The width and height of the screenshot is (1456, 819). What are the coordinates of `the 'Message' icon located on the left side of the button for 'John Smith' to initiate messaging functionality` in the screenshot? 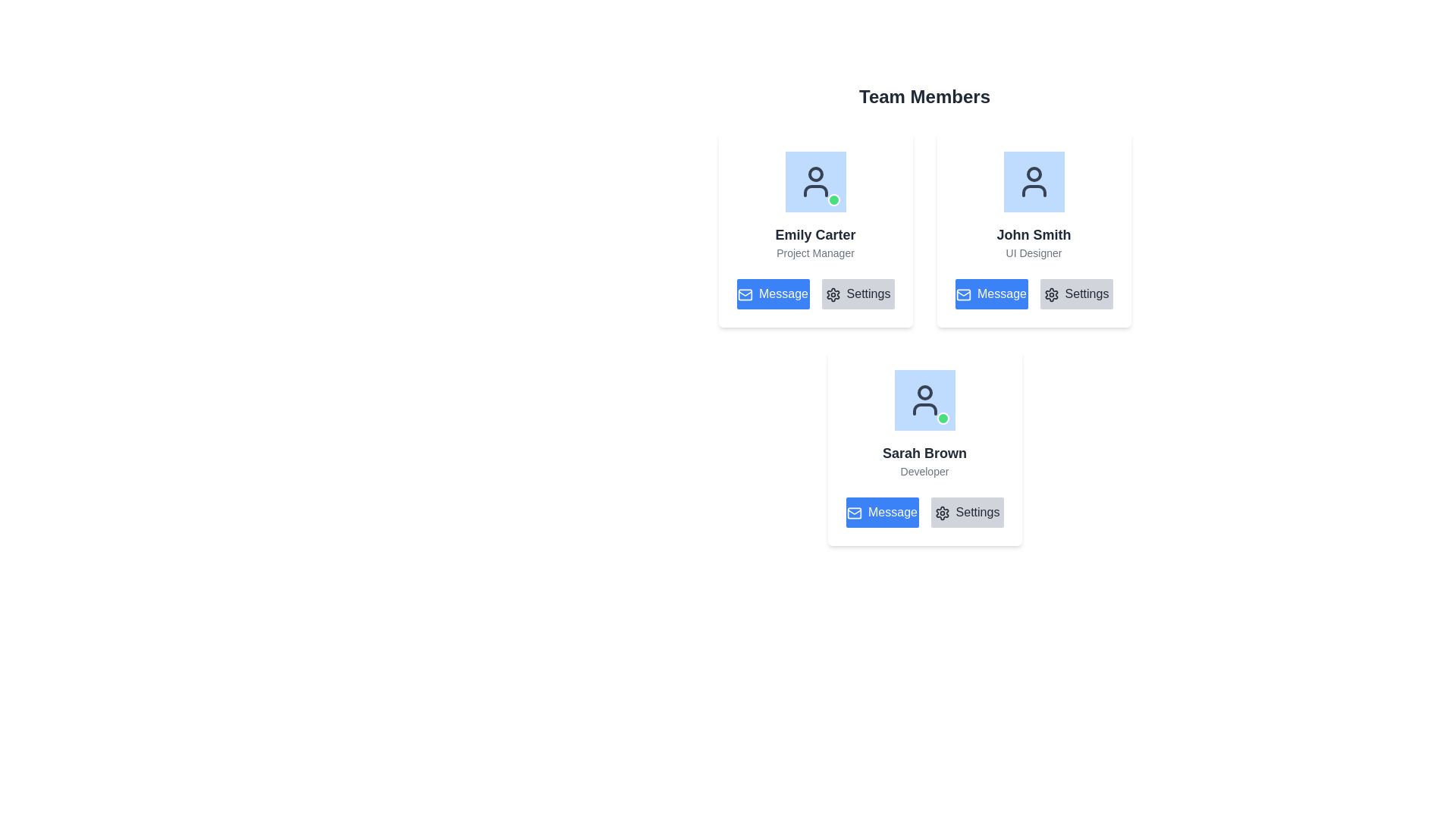 It's located at (963, 294).